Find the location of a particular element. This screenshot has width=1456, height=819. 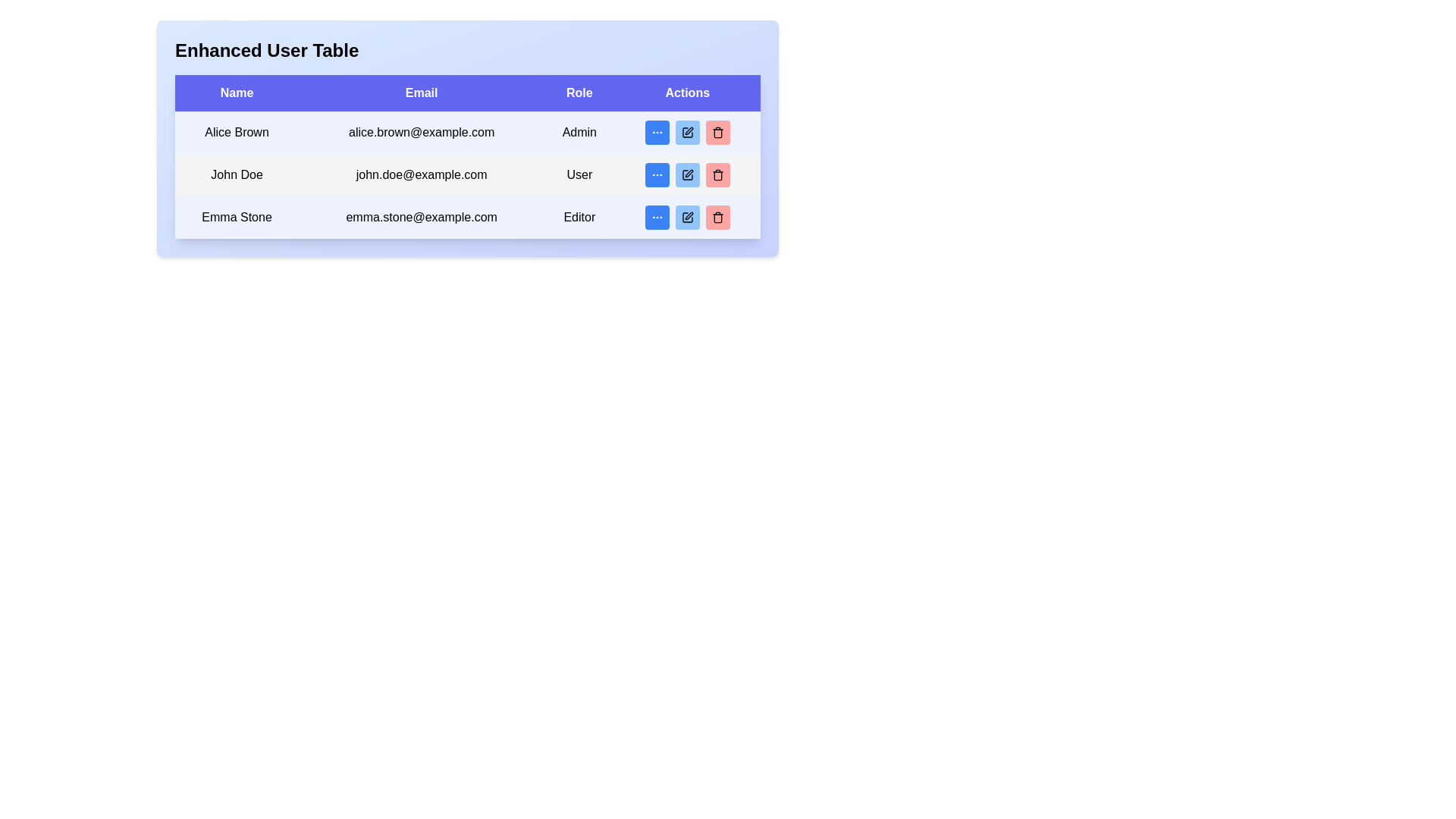

the static text label displaying the role designation ('User') for the user 'John Doe' in the third column of the second row in the table is located at coordinates (579, 174).